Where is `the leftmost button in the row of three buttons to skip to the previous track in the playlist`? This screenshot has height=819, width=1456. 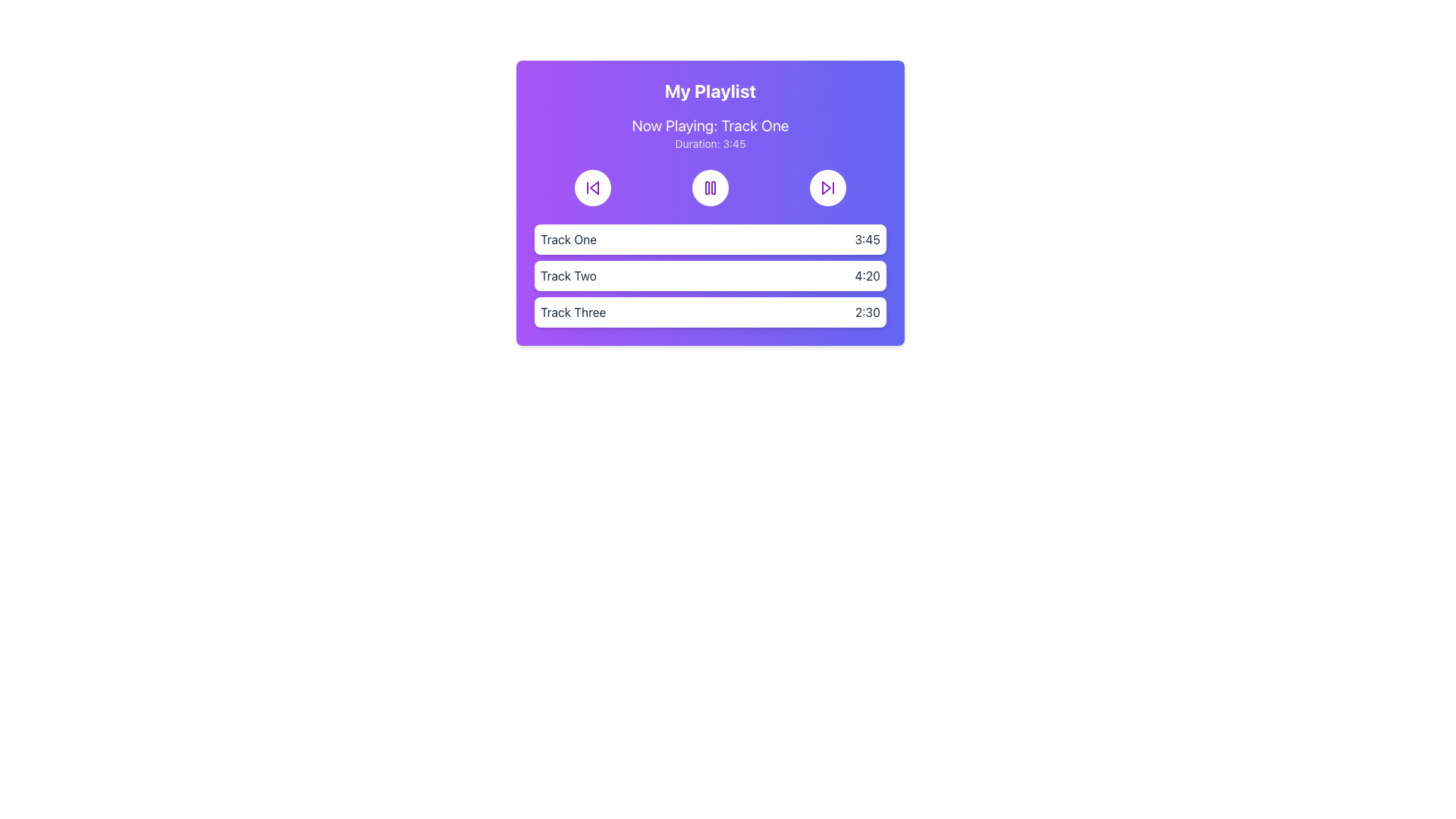
the leftmost button in the row of three buttons to skip to the previous track in the playlist is located at coordinates (592, 187).